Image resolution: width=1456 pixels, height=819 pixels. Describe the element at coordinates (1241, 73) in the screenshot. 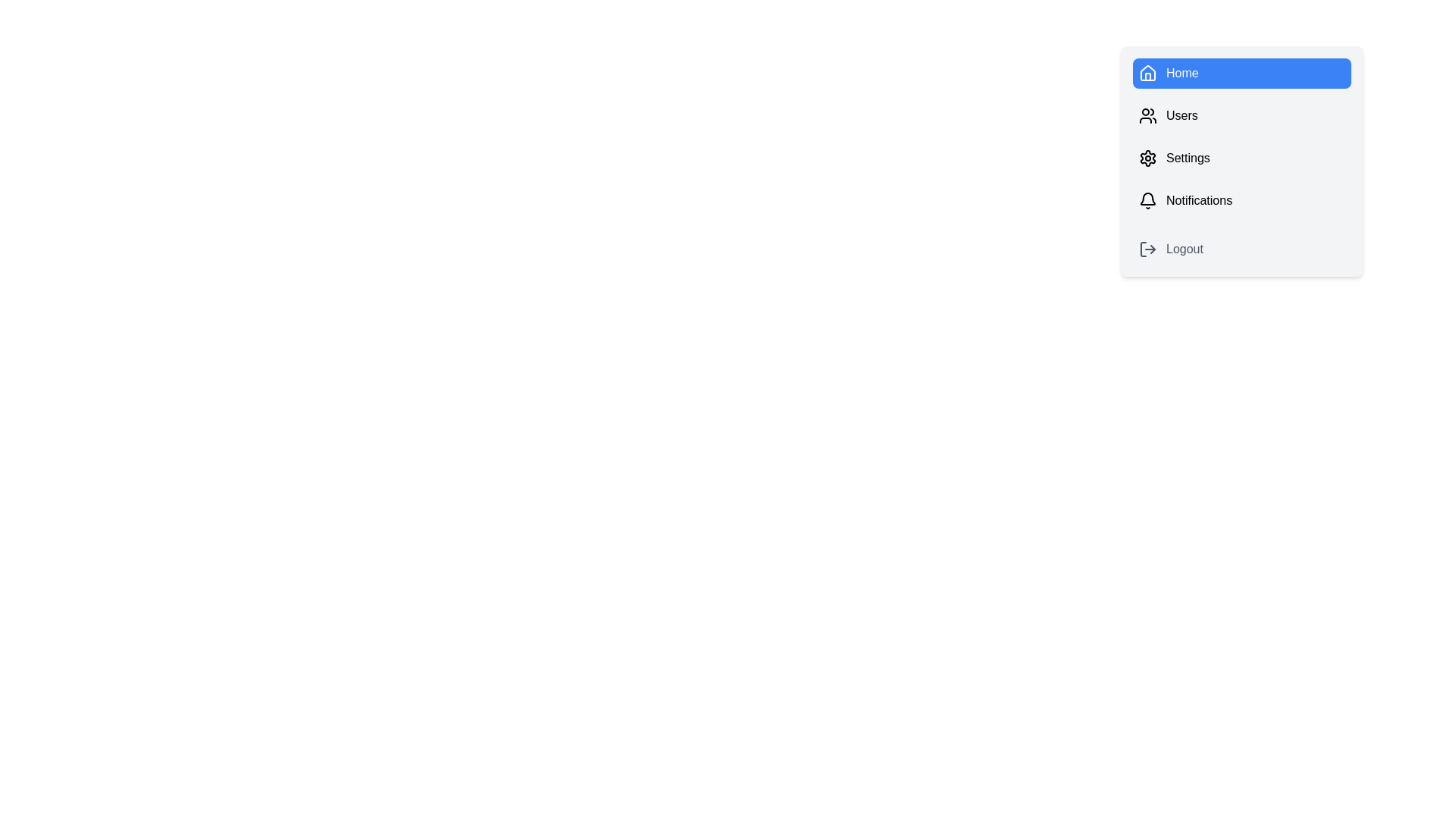

I see `the navigation button located at the top of the vertical list` at that location.